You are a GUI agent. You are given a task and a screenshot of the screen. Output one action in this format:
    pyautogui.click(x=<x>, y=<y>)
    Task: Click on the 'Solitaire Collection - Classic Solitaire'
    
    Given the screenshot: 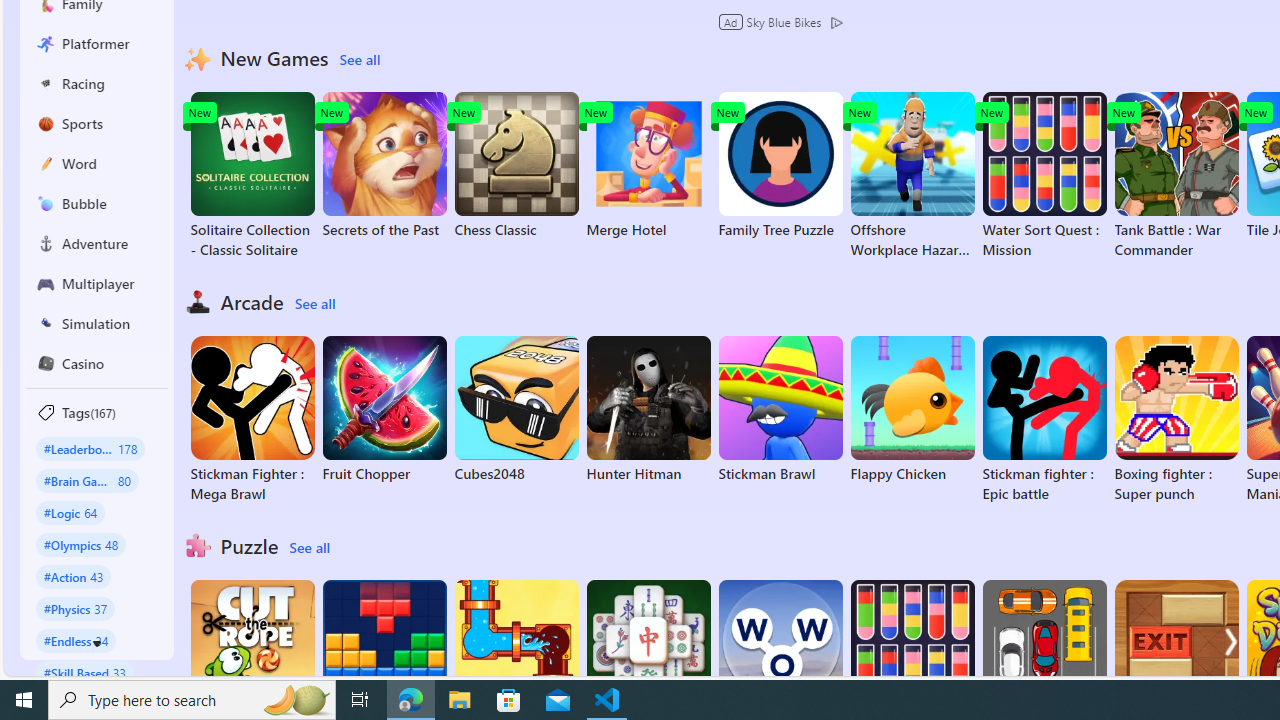 What is the action you would take?
    pyautogui.click(x=251, y=175)
    